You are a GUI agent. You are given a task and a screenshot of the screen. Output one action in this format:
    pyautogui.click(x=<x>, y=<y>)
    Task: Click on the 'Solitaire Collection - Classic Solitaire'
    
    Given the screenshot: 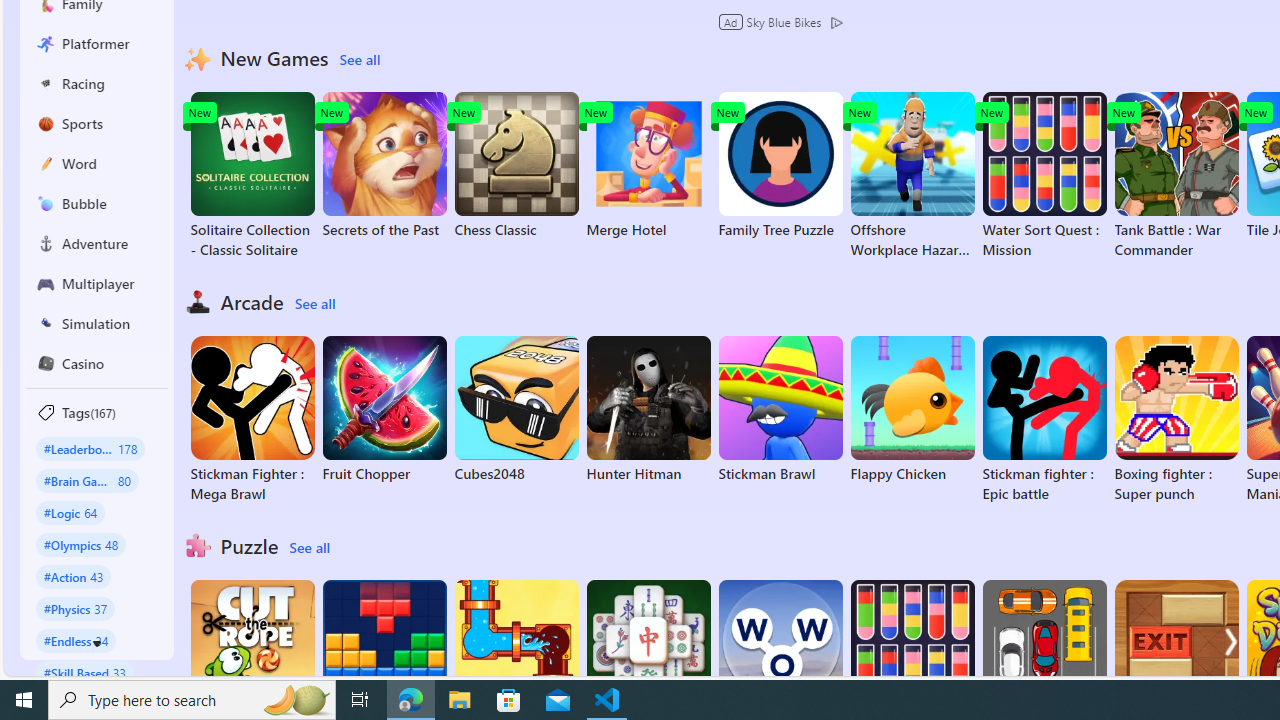 What is the action you would take?
    pyautogui.click(x=251, y=175)
    